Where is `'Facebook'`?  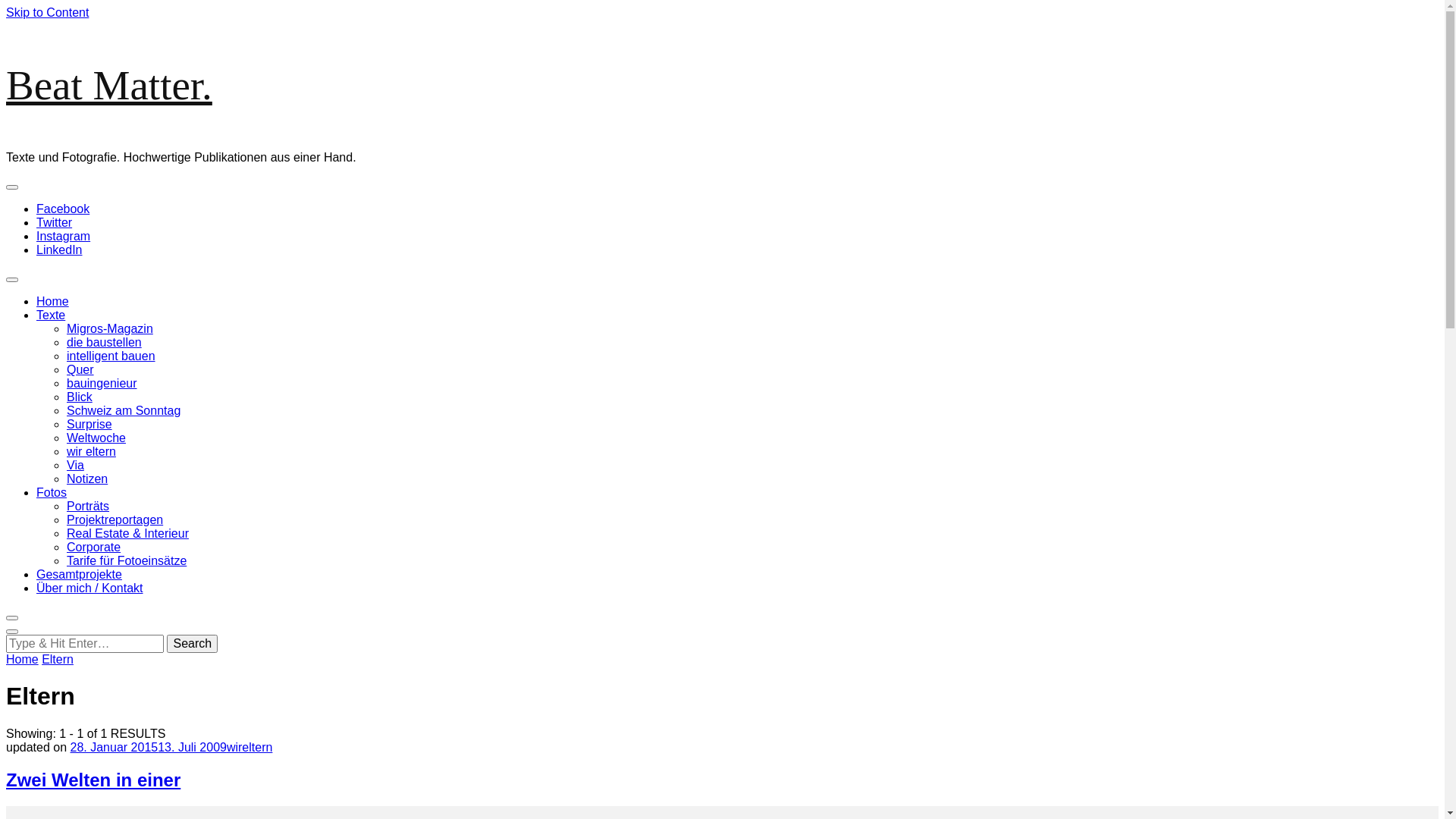
'Facebook' is located at coordinates (61, 209).